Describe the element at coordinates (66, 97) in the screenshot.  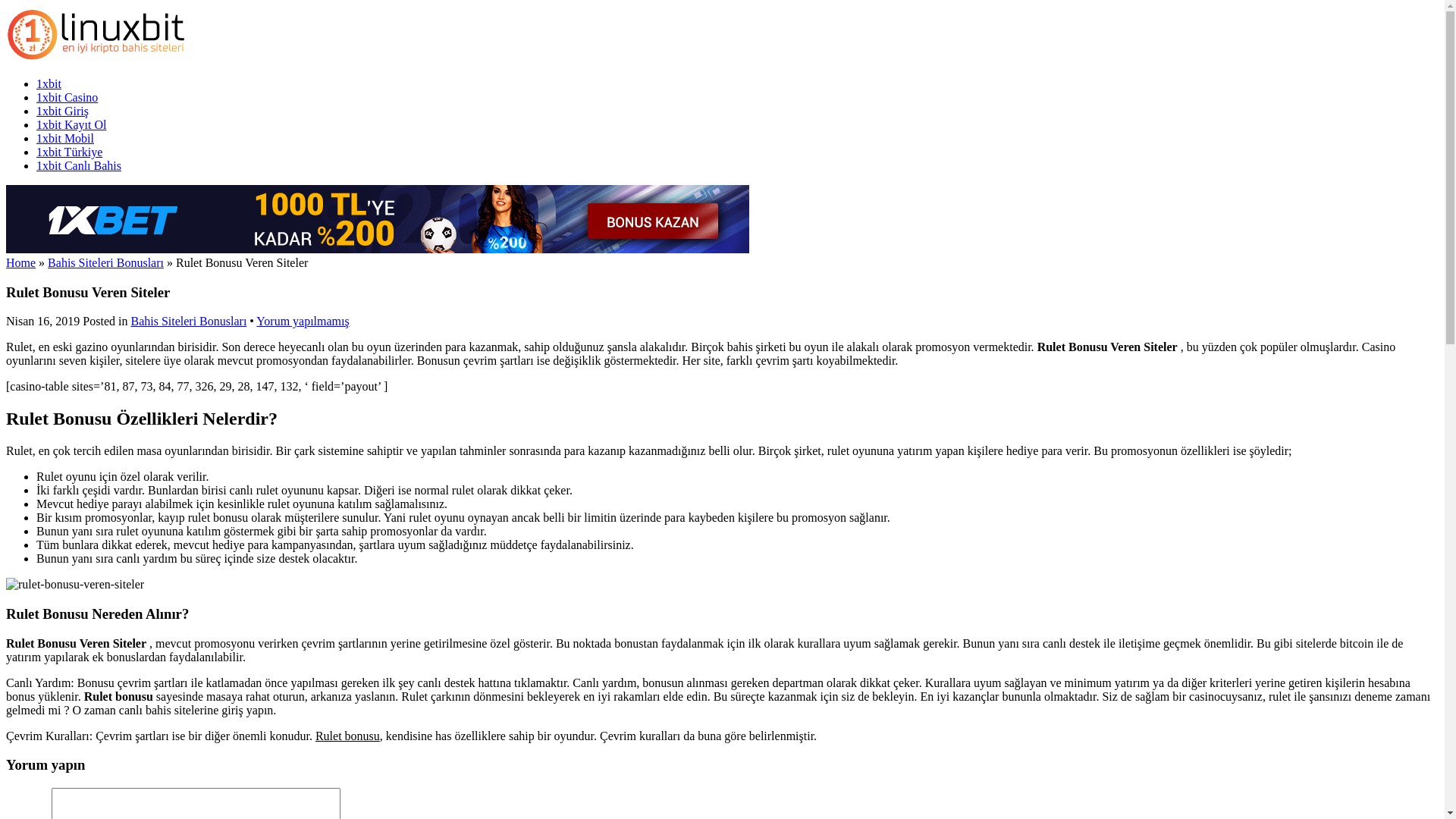
I see `'1xbit Casino'` at that location.